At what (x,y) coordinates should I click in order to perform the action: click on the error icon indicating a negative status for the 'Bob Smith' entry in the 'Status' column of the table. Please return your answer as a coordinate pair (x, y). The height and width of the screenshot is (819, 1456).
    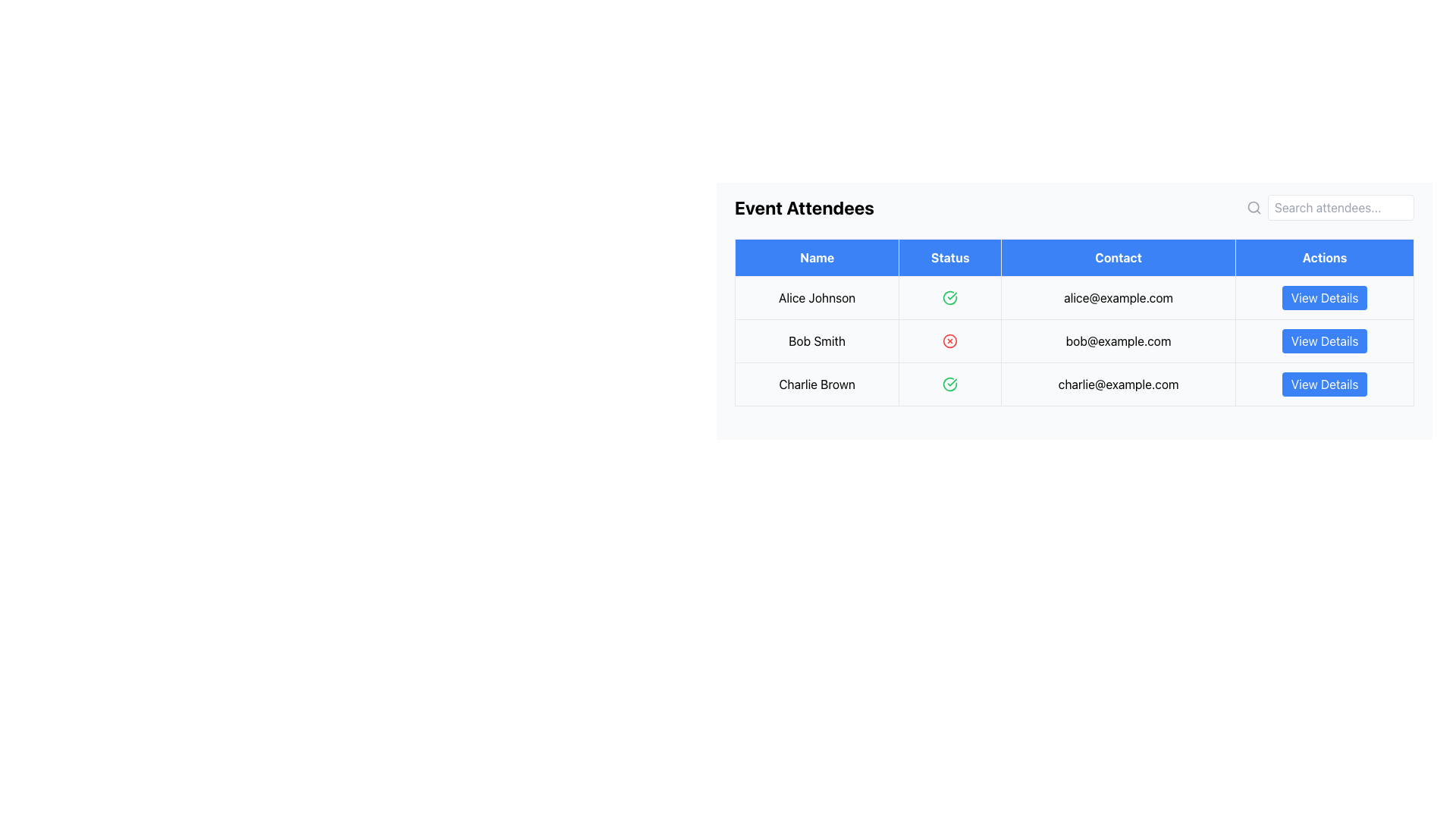
    Looking at the image, I should click on (949, 341).